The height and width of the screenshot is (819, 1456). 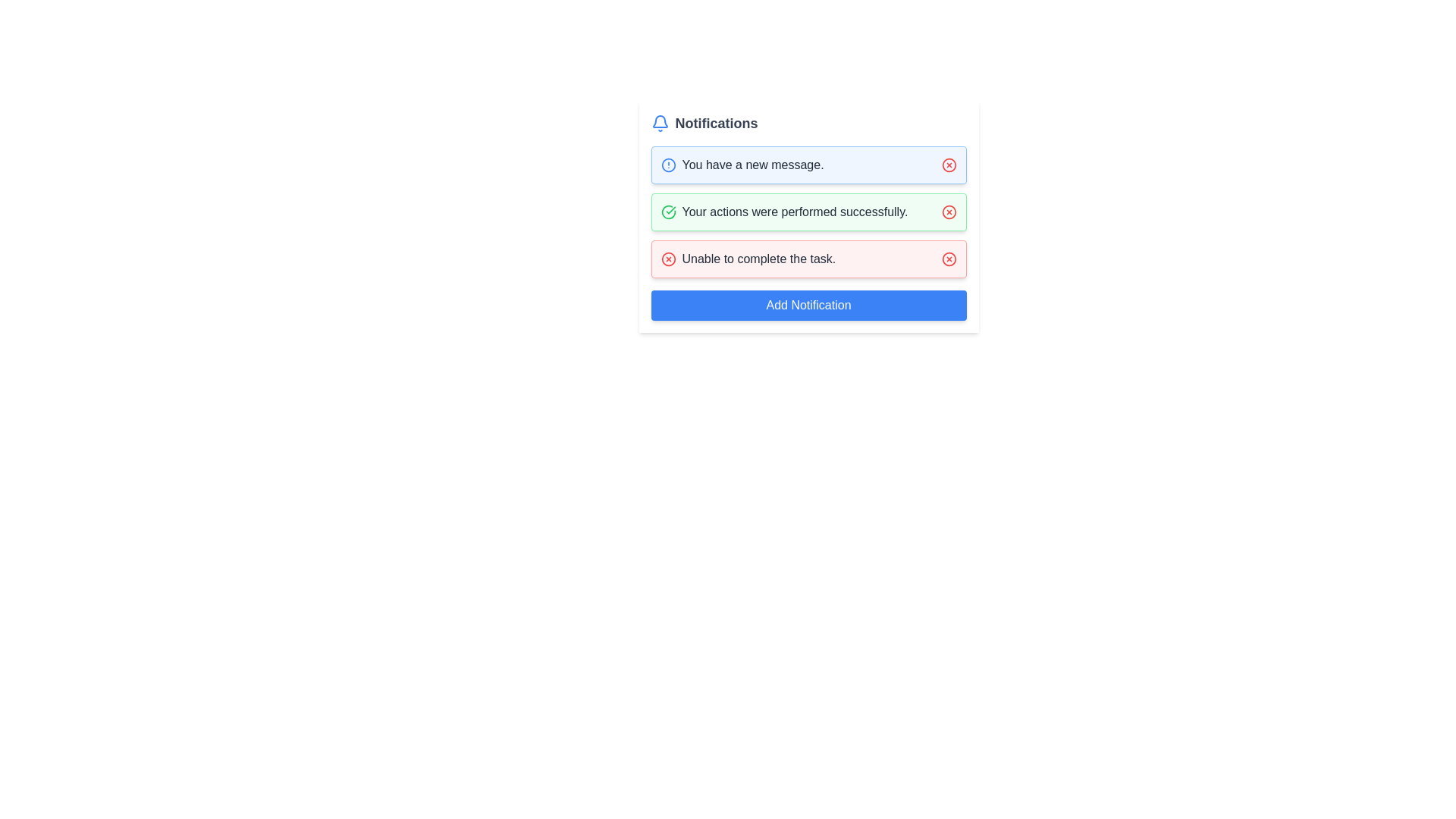 I want to click on the text label displaying 'Unable to complete the task.' which is located within a notification card, positioned to the right of a red circular icon with an 'x' inside it, and is the third notification in a vertical stack, so click(x=758, y=259).